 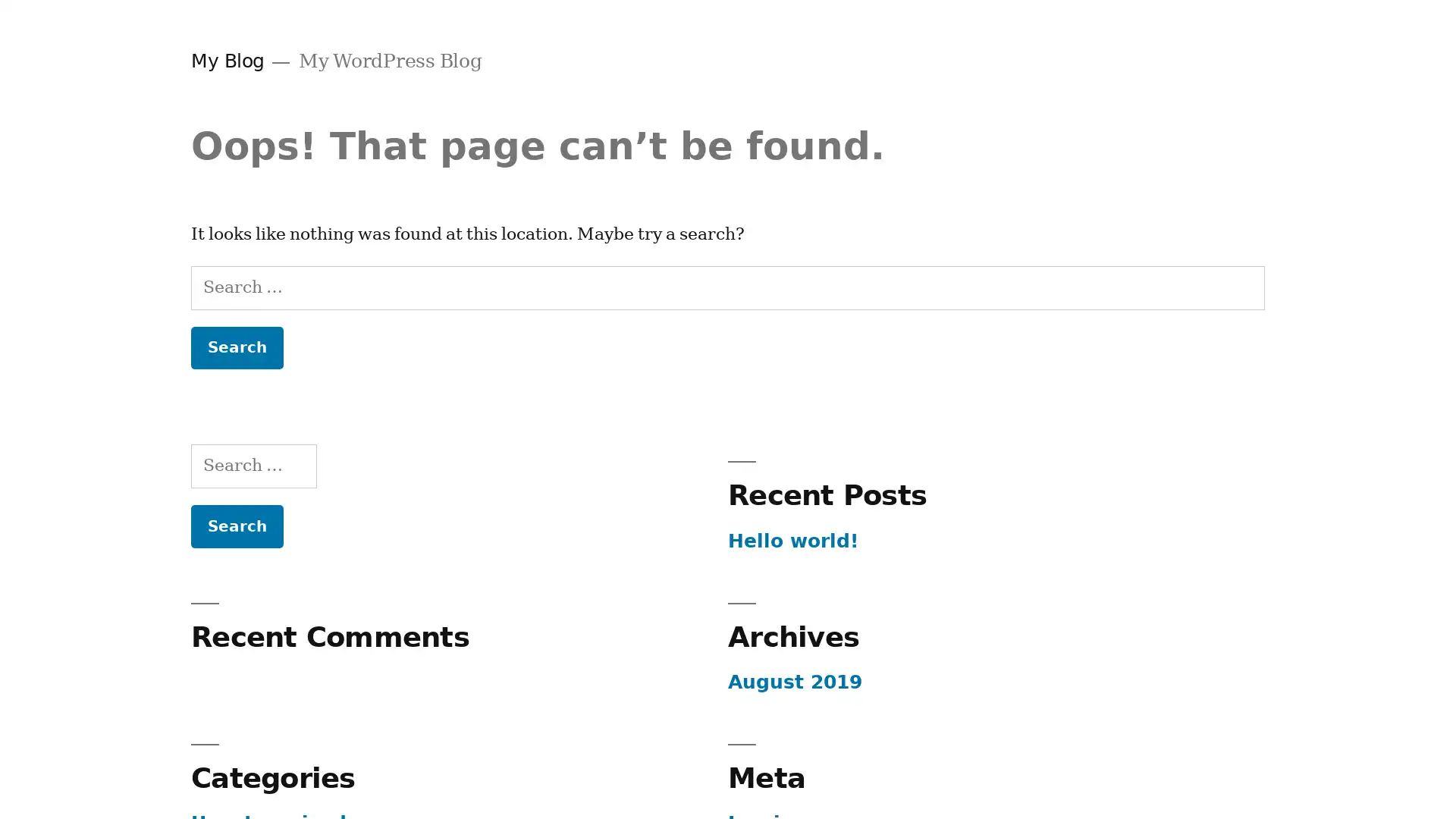 What do you see at coordinates (236, 525) in the screenshot?
I see `Search` at bounding box center [236, 525].